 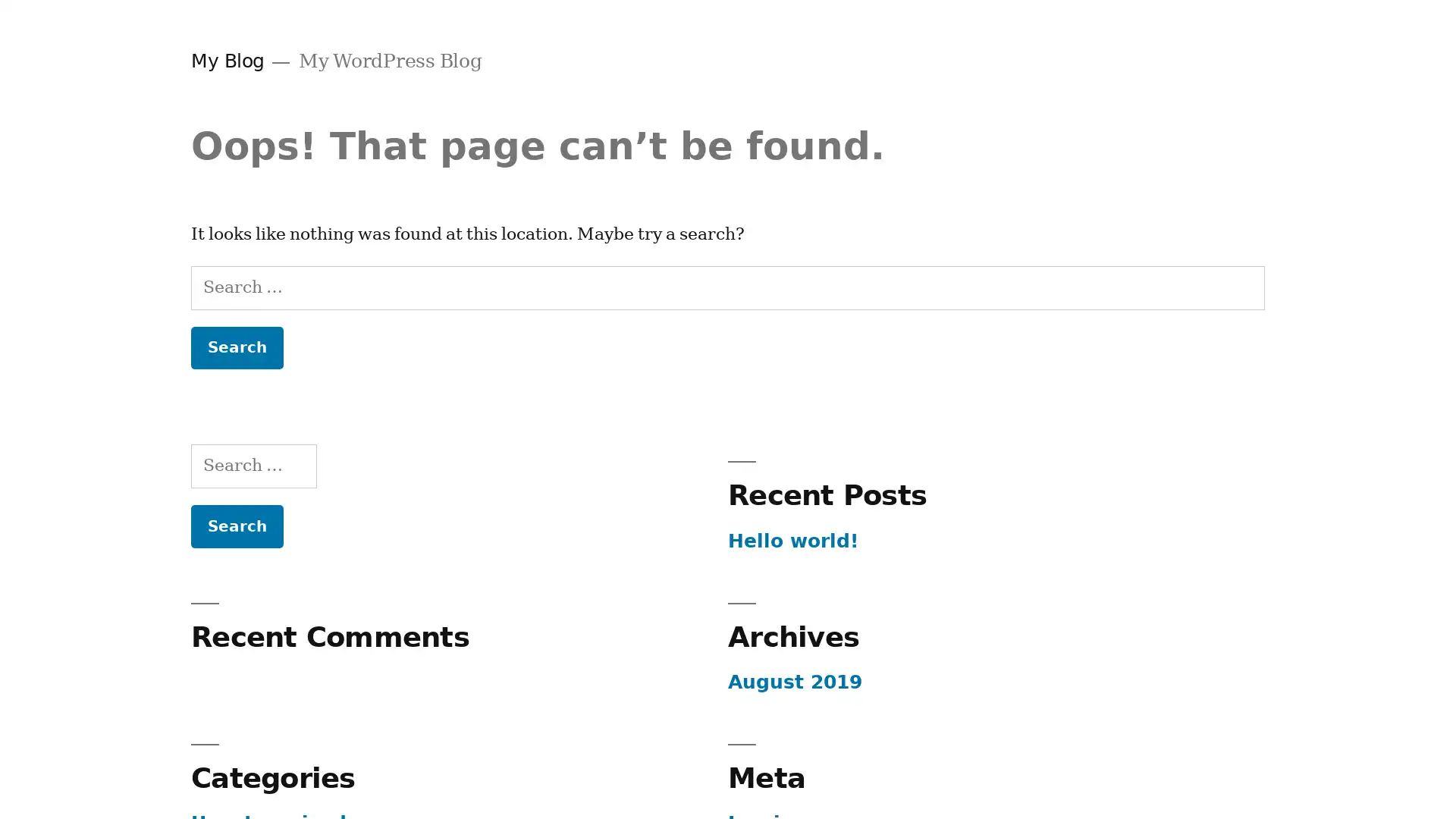 What do you see at coordinates (236, 525) in the screenshot?
I see `Search` at bounding box center [236, 525].